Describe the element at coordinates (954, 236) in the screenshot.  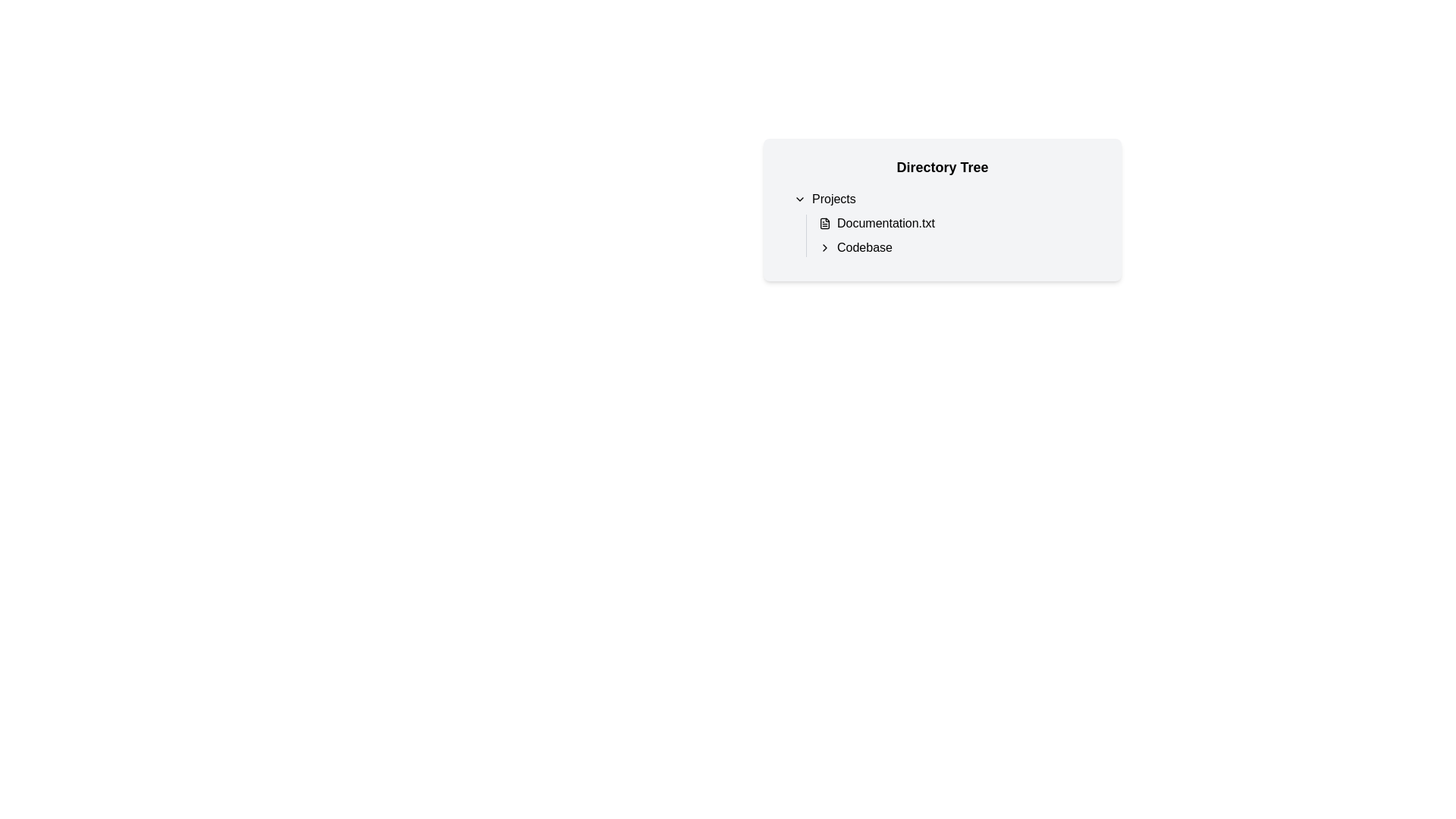
I see `the list item displaying 'Documentation.txt' in the directory tree interface` at that location.